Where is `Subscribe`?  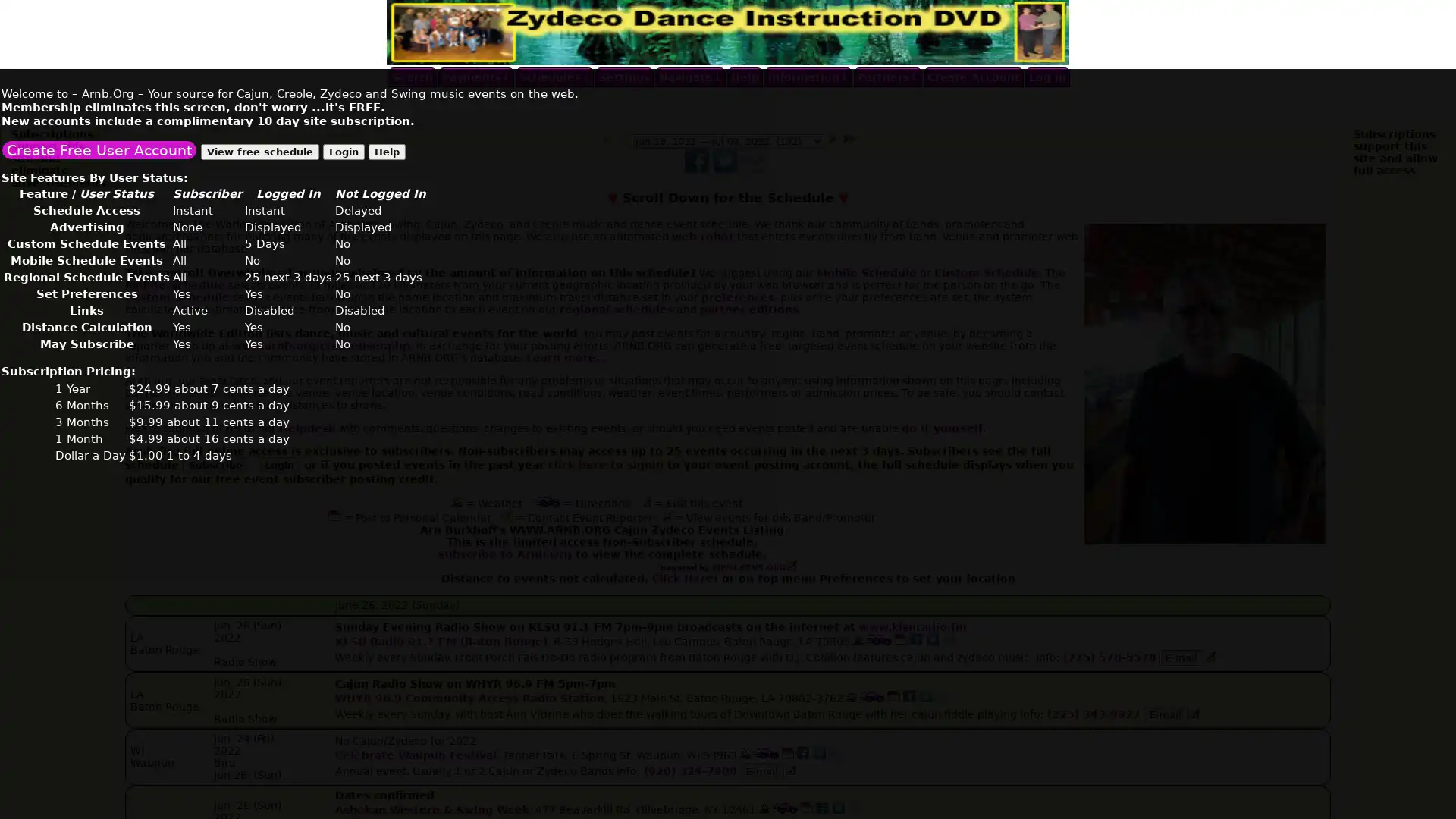 Subscribe is located at coordinates (215, 464).